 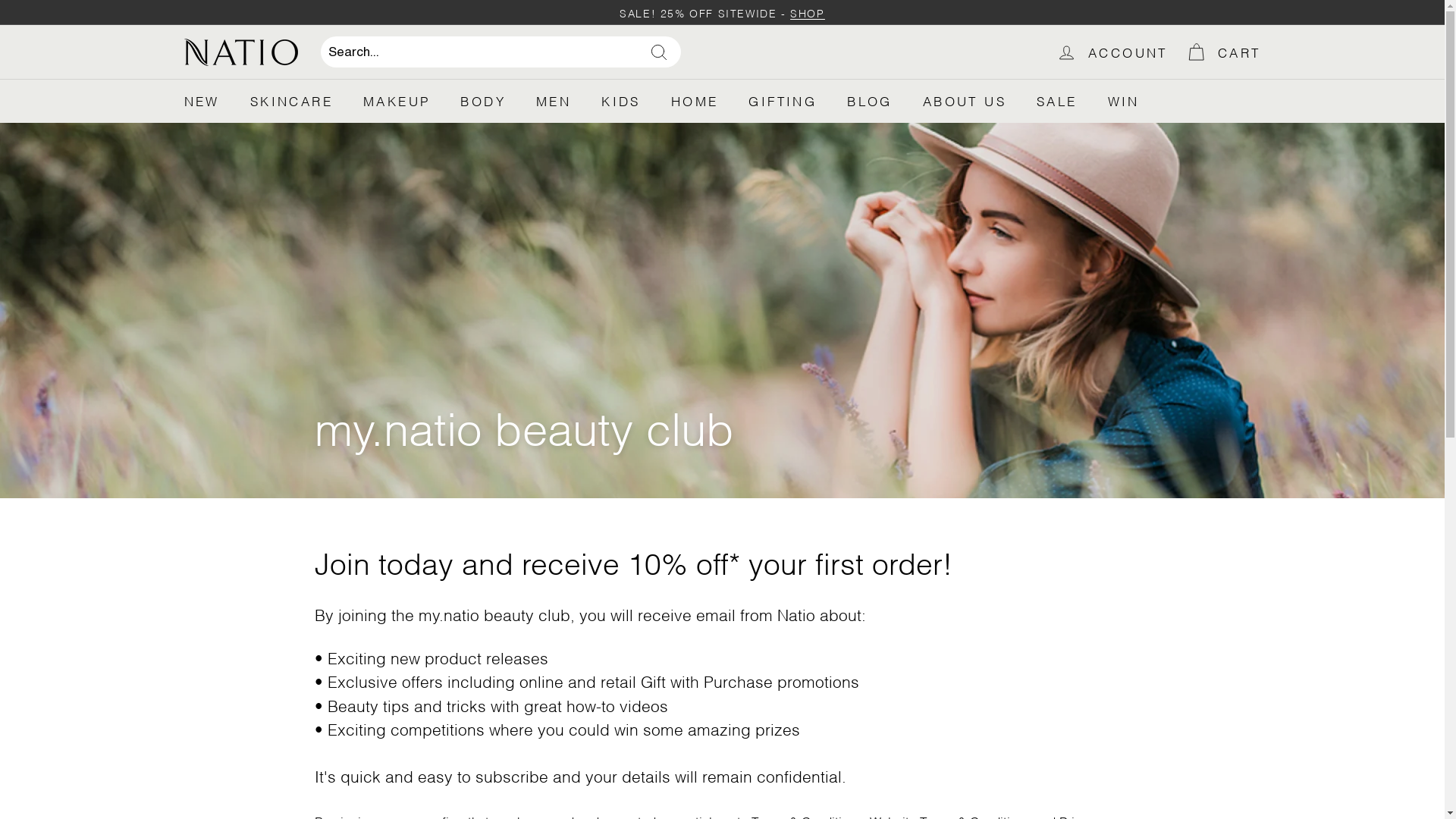 I want to click on 'MAKEUP', so click(x=347, y=100).